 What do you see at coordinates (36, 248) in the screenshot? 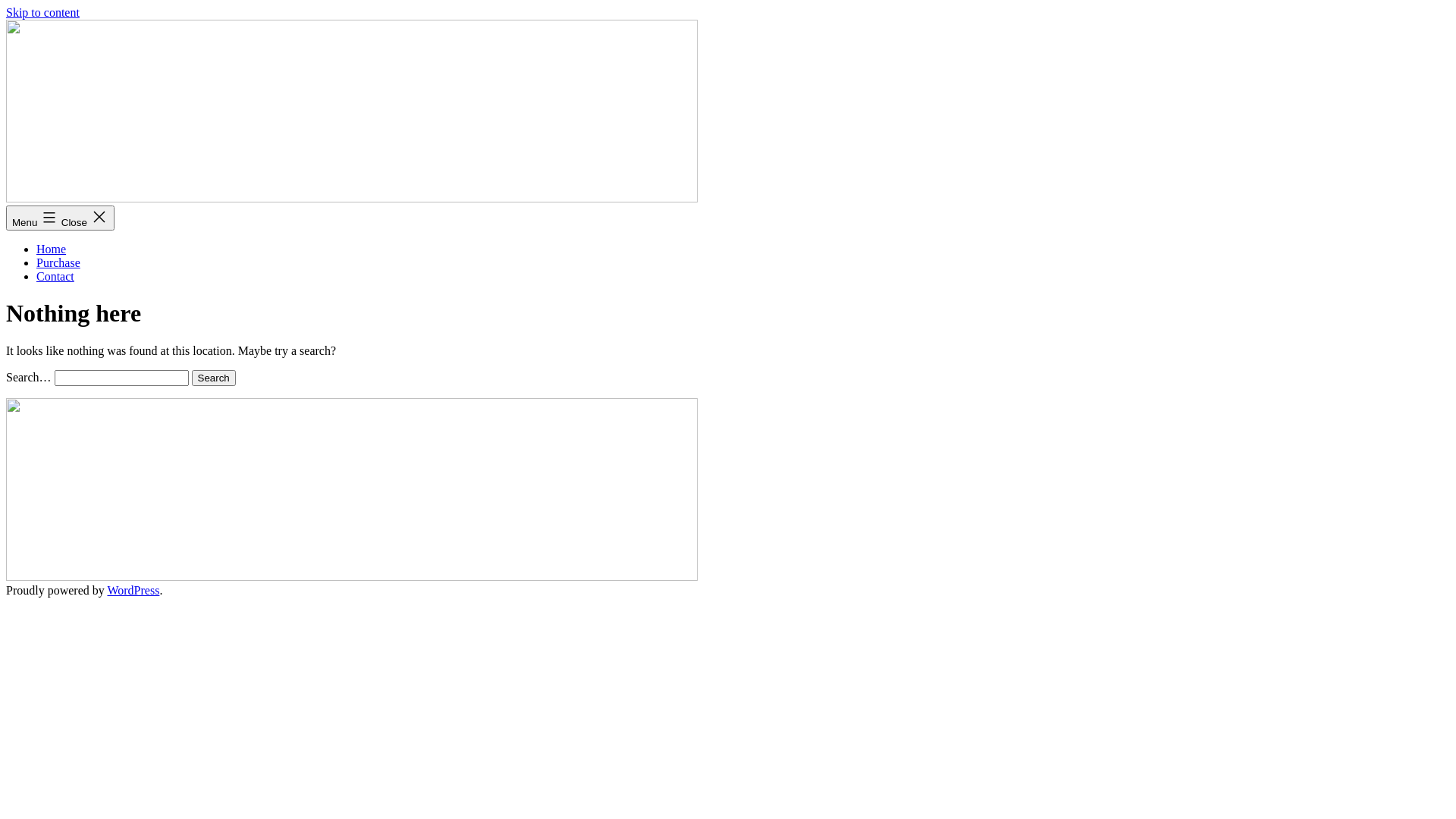
I see `'Home'` at bounding box center [36, 248].